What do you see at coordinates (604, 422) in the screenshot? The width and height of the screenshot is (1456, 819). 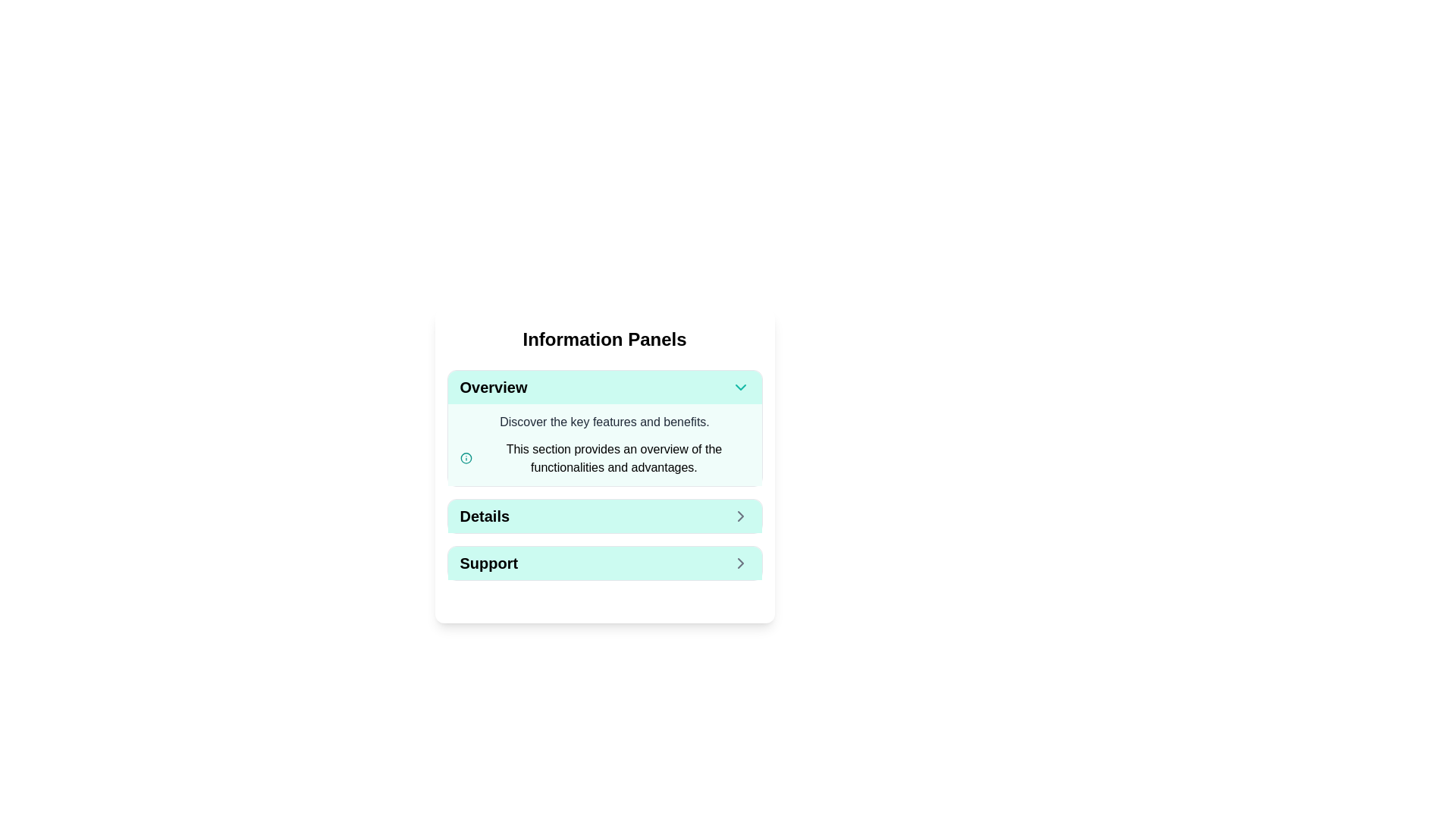 I see `the static text element that reads 'Discover the key features and benefits.' which is styled with a dark gray color on a light green background, located in the 'Overview' section of the 'Information Panels' interface` at bounding box center [604, 422].